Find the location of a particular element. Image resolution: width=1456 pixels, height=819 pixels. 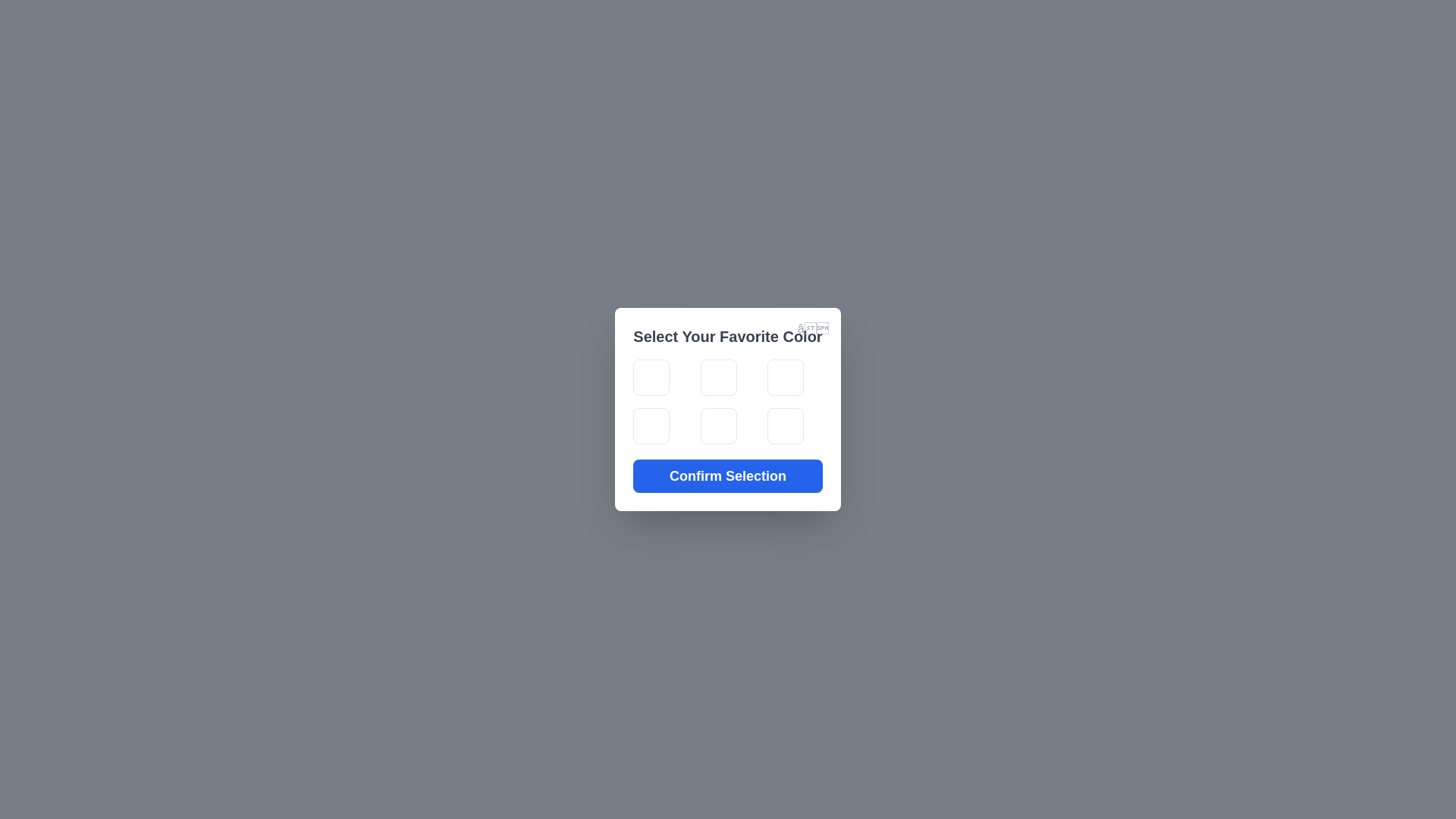

the color tile corresponding to orange is located at coordinates (786, 426).